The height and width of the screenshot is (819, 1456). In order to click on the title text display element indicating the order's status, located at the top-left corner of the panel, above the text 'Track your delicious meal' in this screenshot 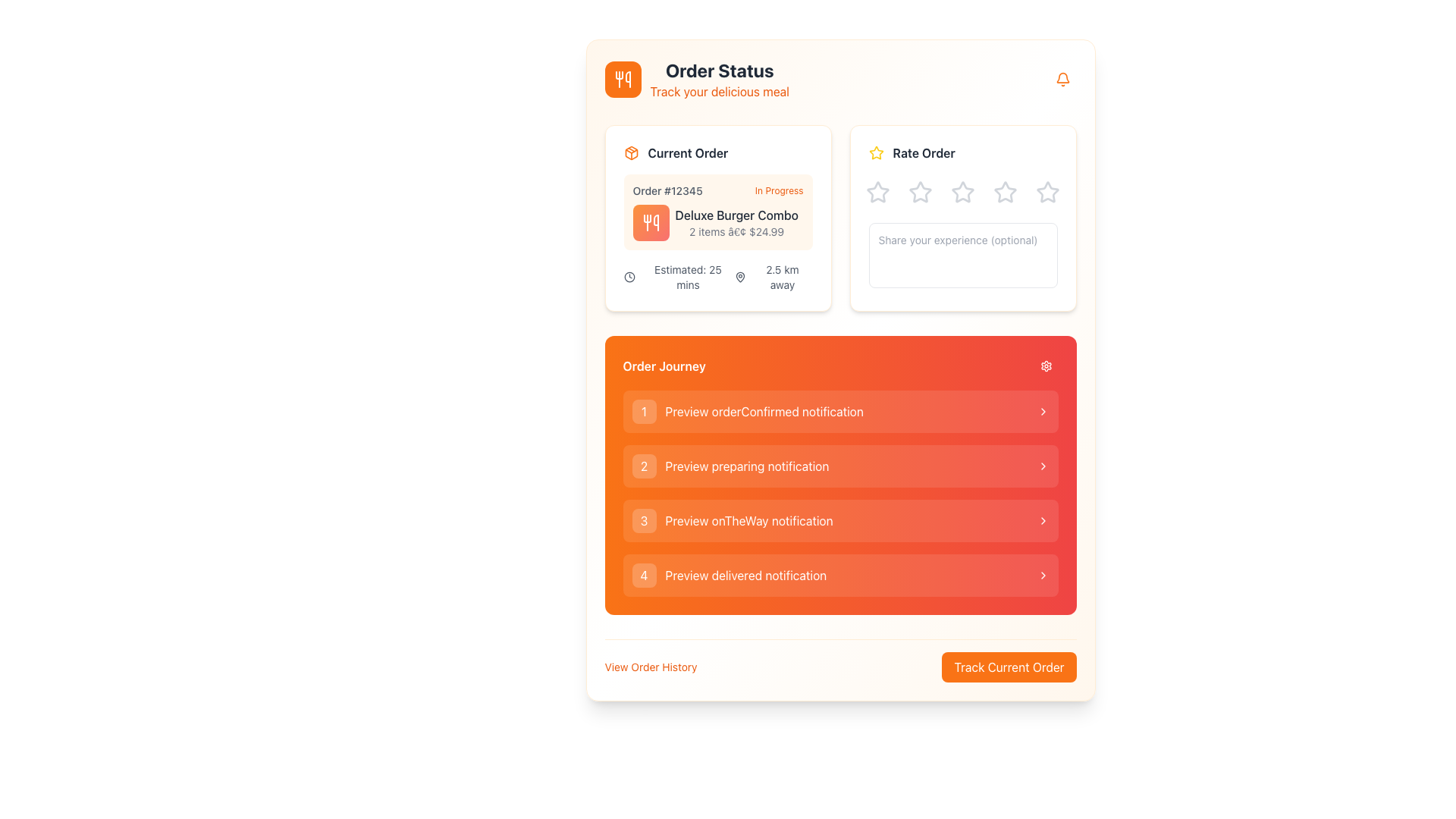, I will do `click(719, 70)`.